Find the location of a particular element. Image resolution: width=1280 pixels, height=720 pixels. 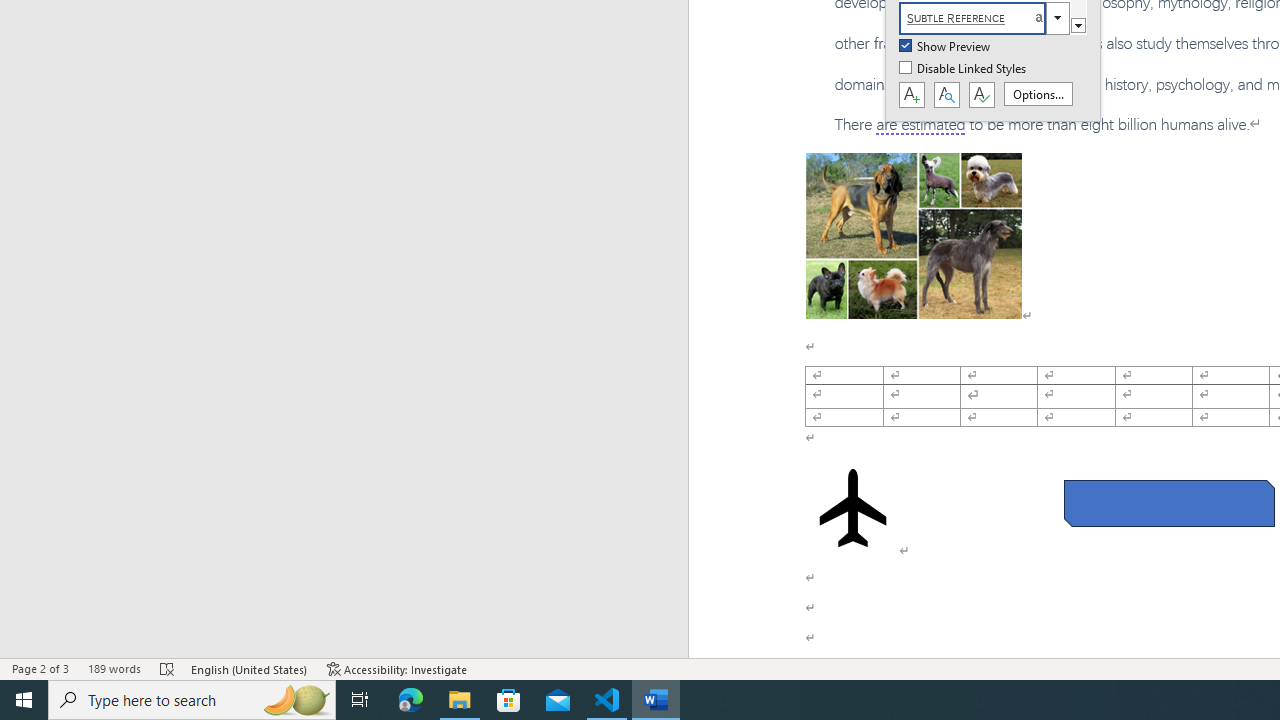

'Language English (United States)' is located at coordinates (249, 669).